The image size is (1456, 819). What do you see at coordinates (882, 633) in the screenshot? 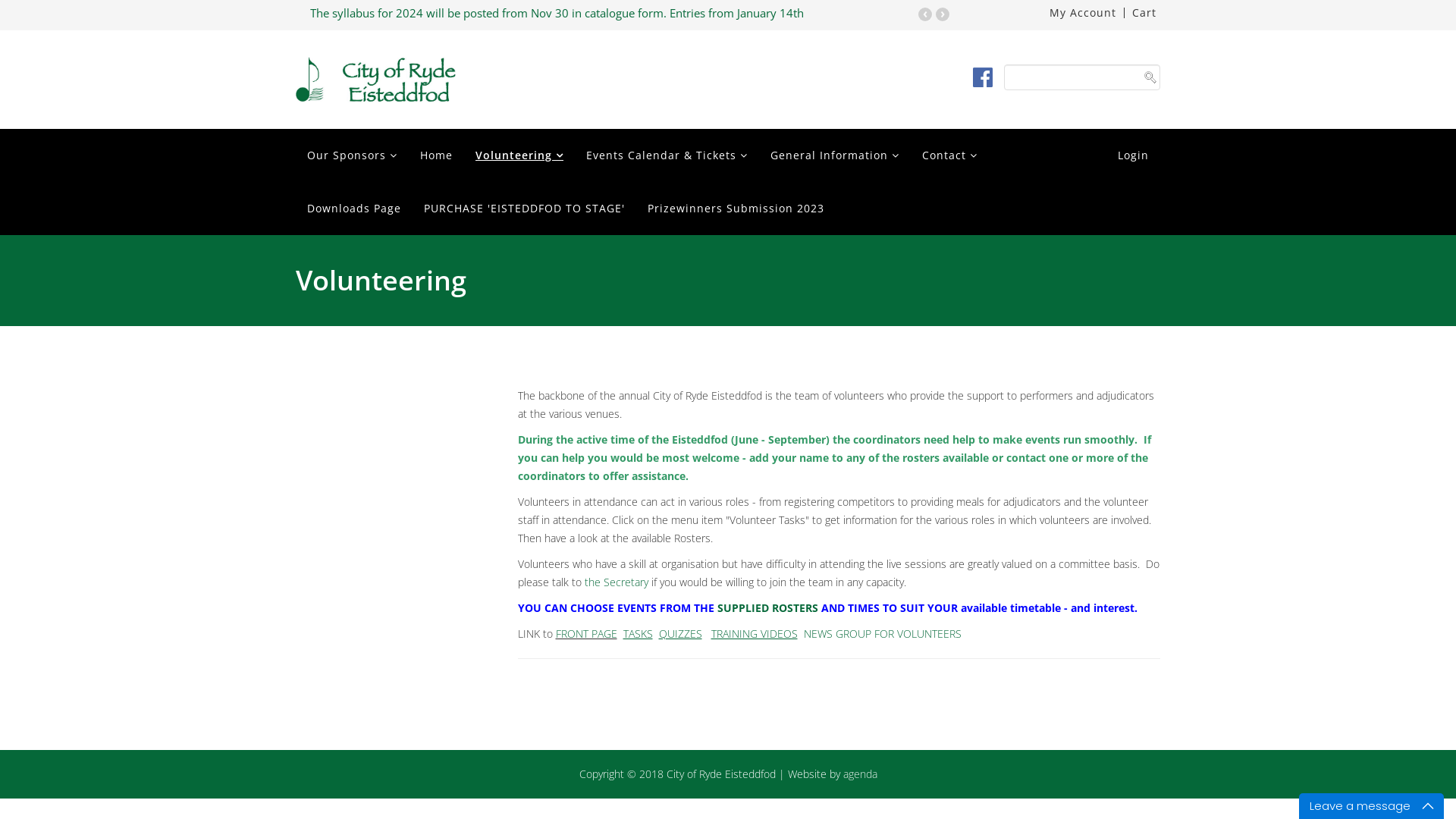
I see `'NEWS GROUP FOR VOLUNTEERS'` at bounding box center [882, 633].